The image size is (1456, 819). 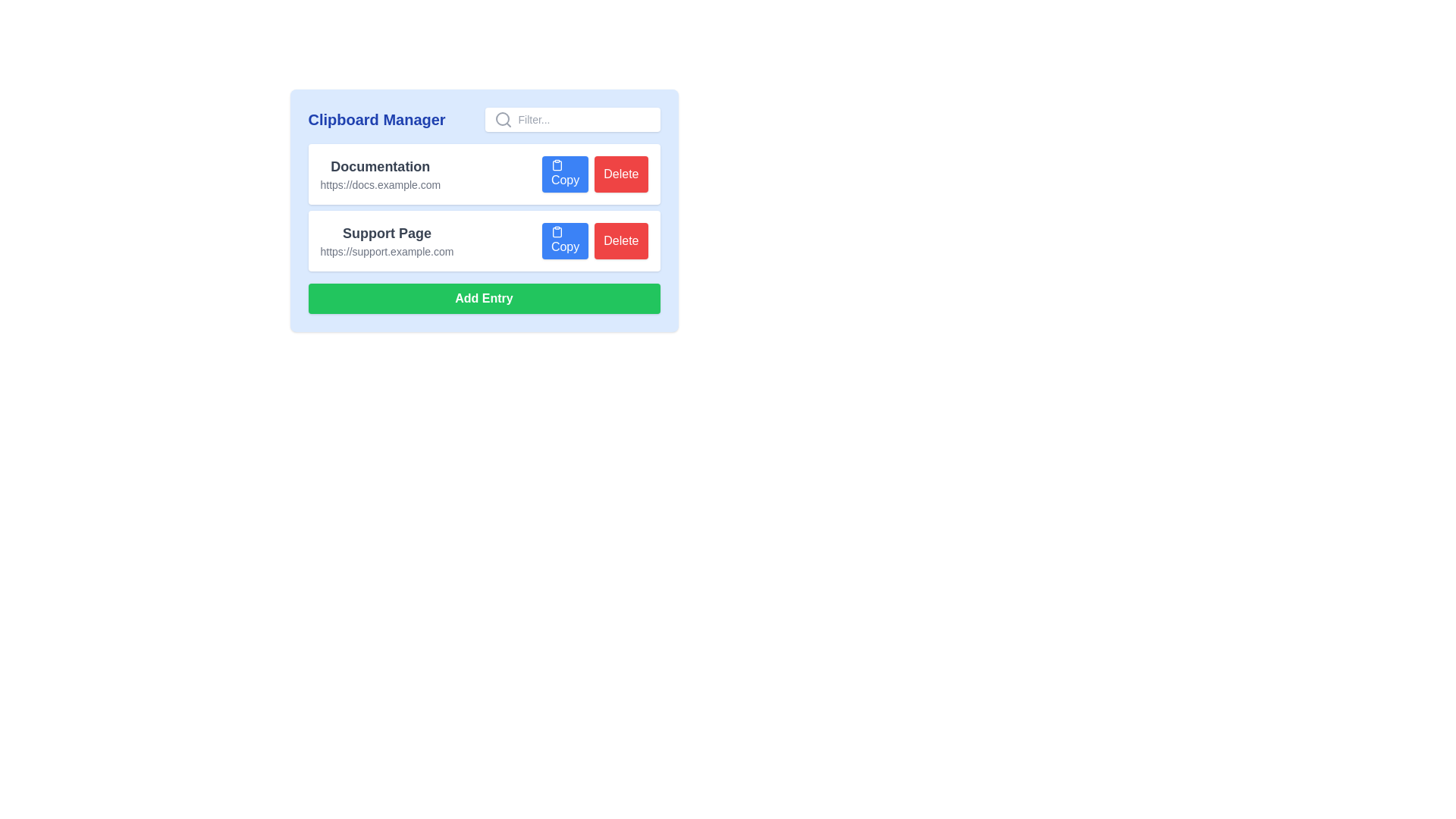 I want to click on the static text 'https://support.example.com' that is displayed in smaller gray text immediately below the bold heading 'Support Page' within a card section, so click(x=387, y=250).